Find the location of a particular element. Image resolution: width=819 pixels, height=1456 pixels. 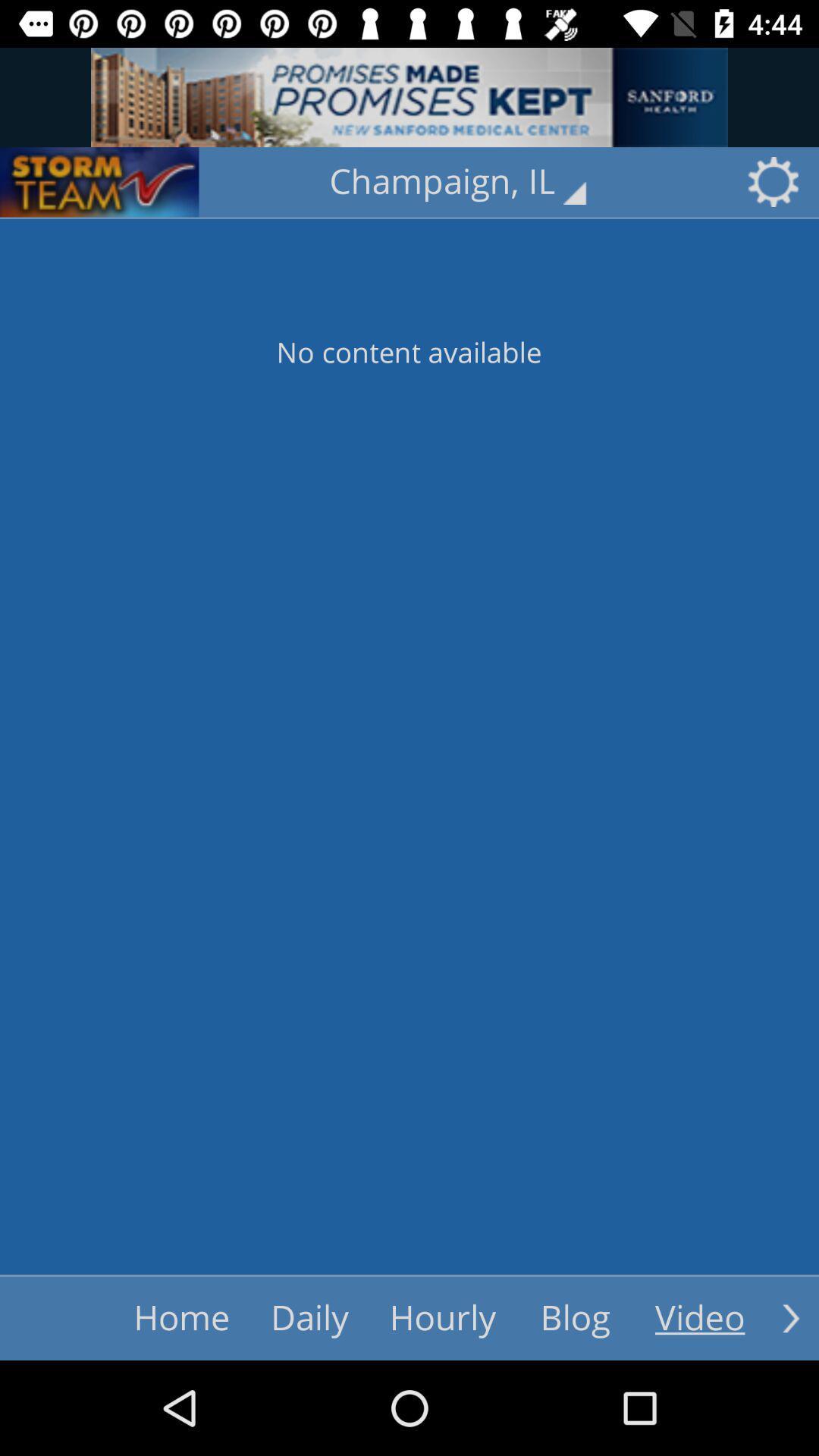

the arrow_forward icon is located at coordinates (790, 1317).